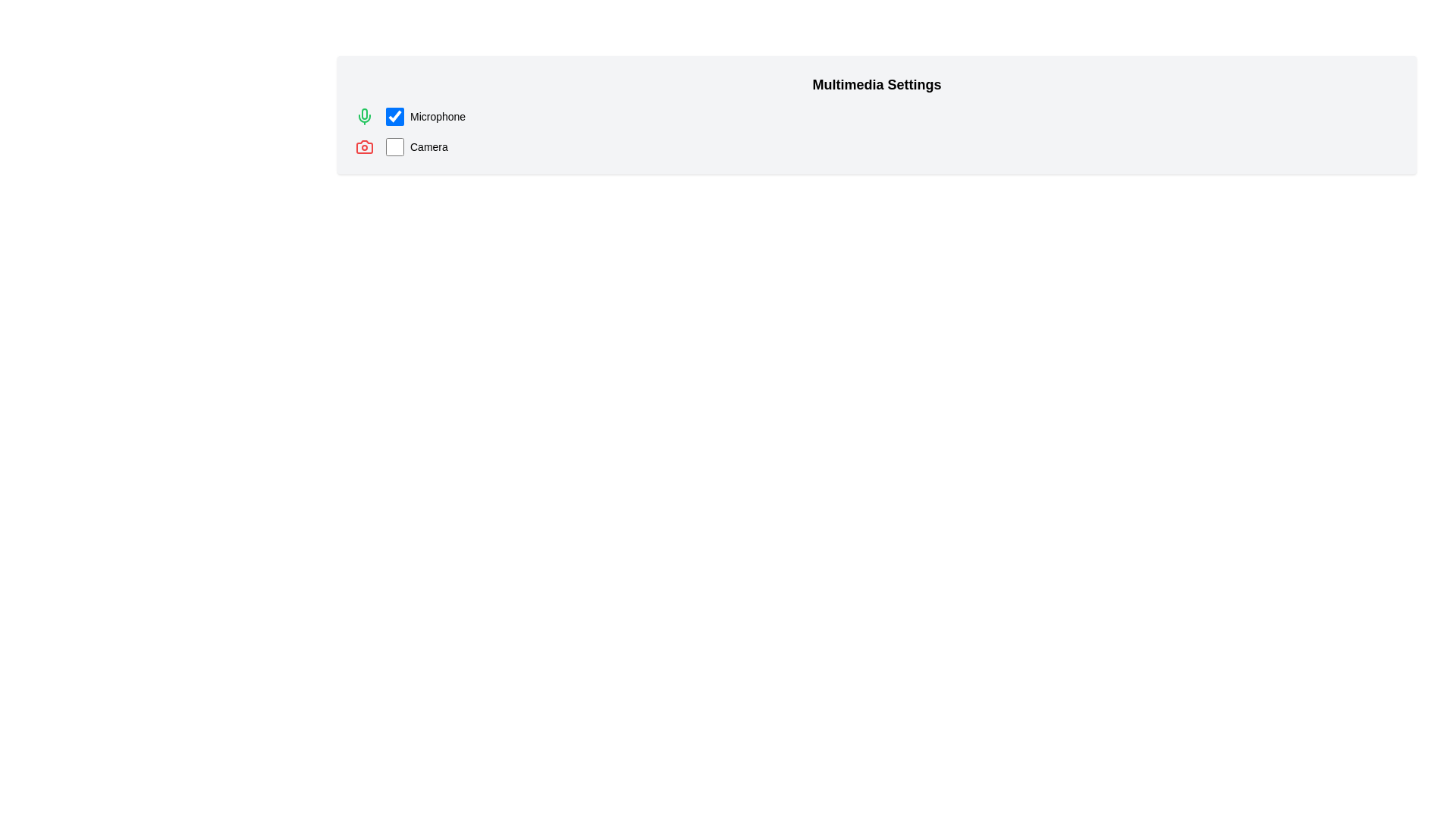  Describe the element at coordinates (428, 146) in the screenshot. I see `the 'Camera' label element` at that location.